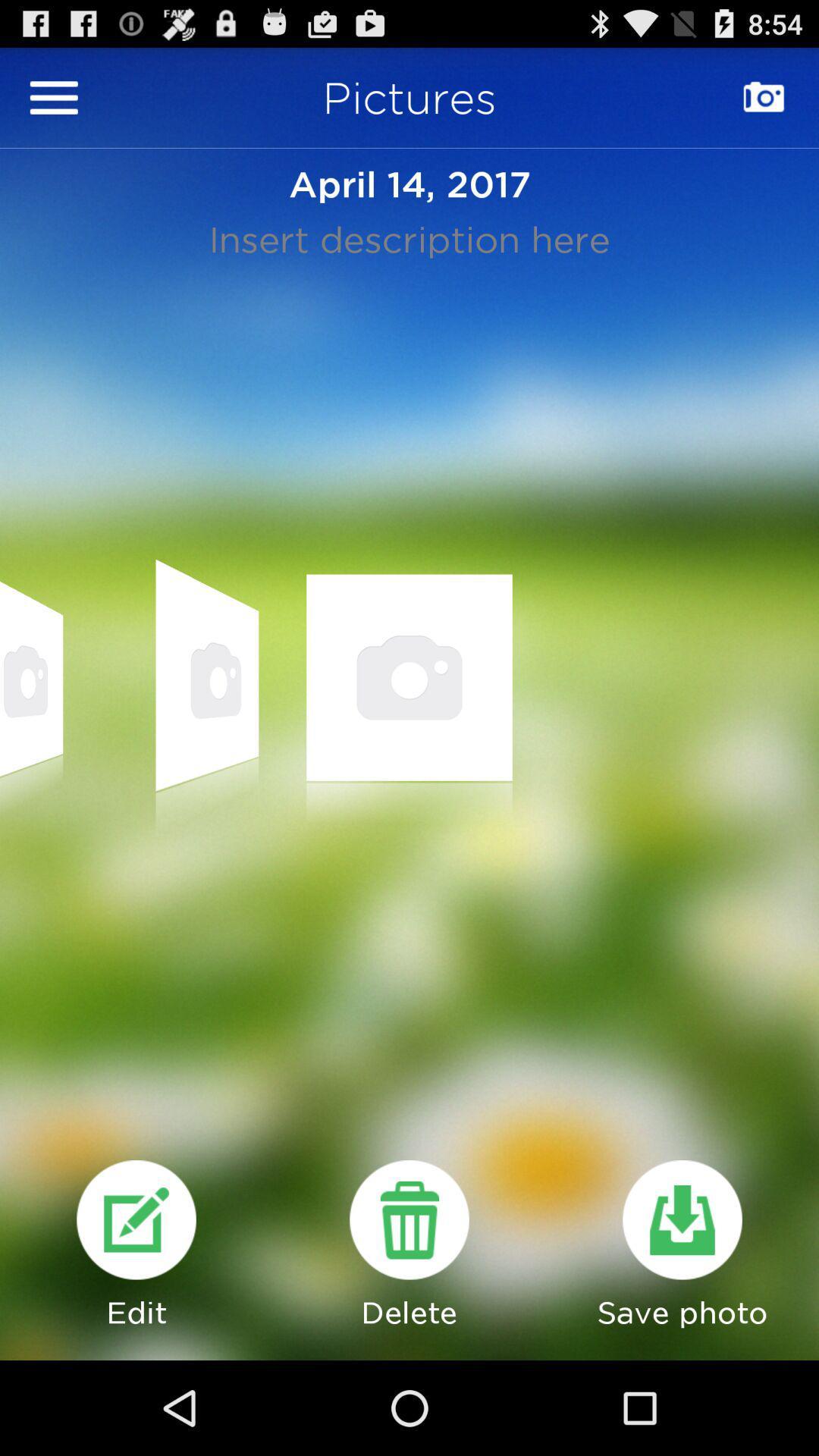  I want to click on delete, so click(409, 1219).